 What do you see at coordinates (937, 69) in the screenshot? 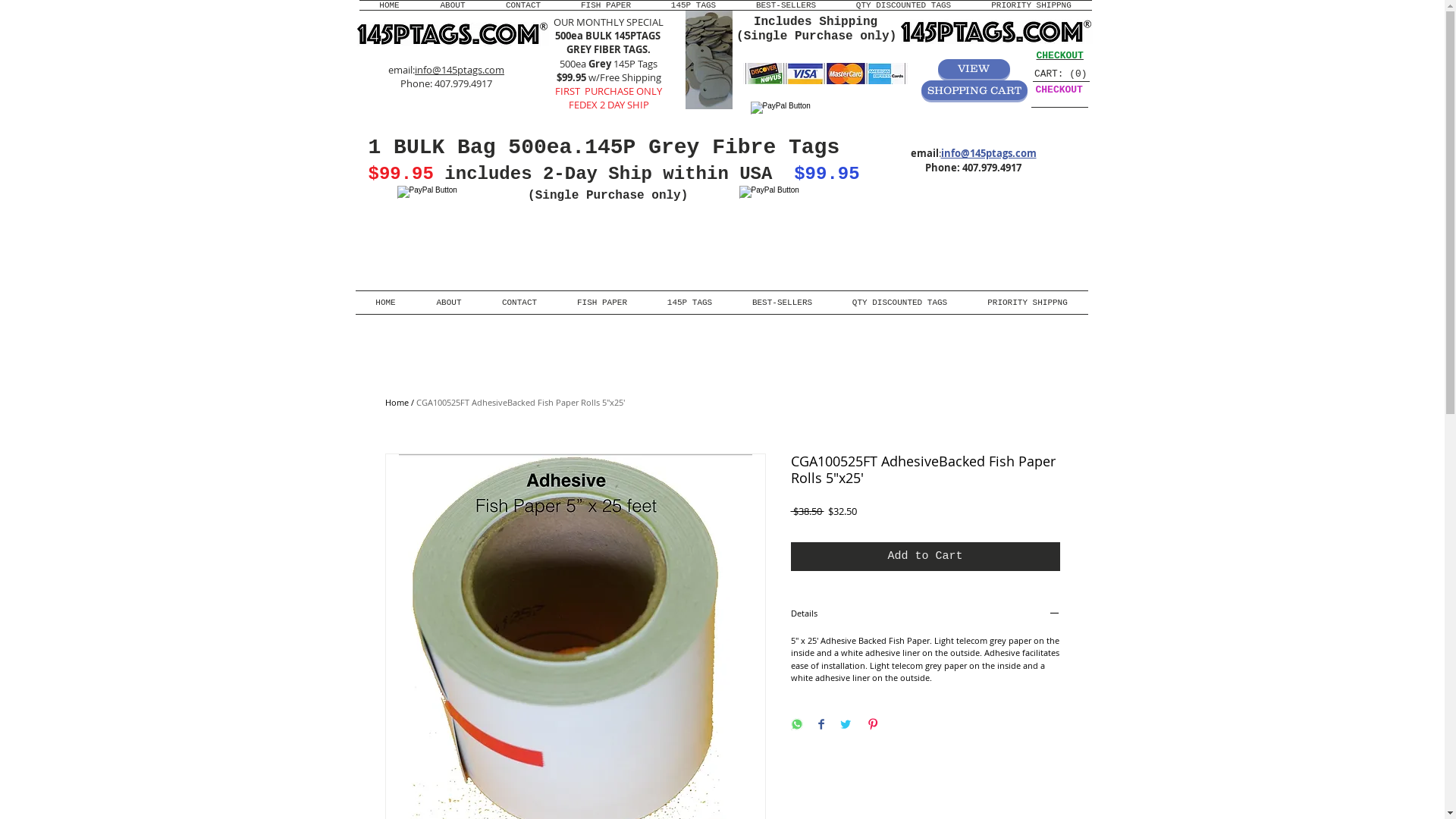
I see `'VIEW'` at bounding box center [937, 69].